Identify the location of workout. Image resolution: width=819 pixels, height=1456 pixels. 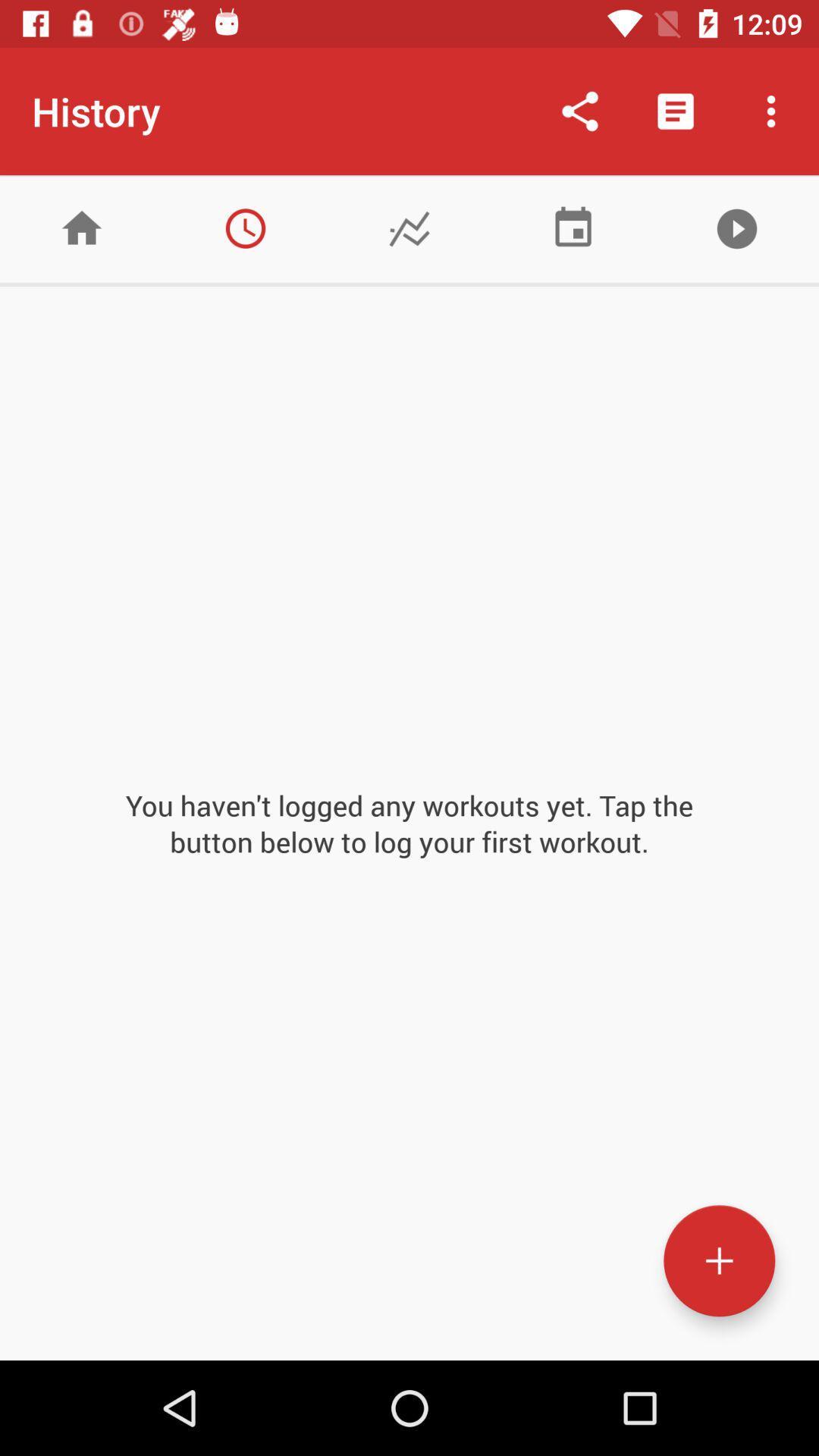
(718, 1260).